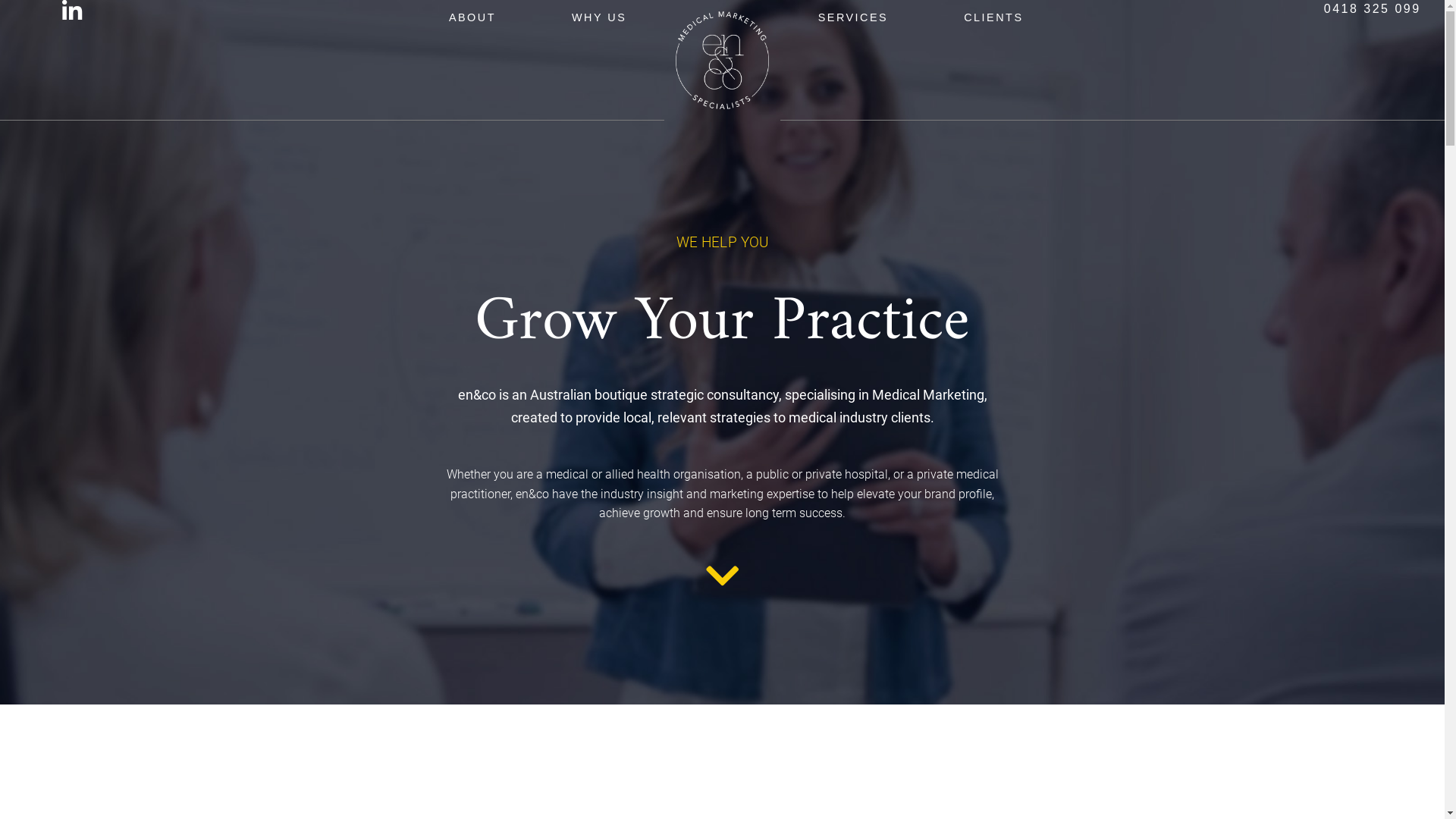 The width and height of the screenshot is (1456, 819). I want to click on '0418 325 099', so click(1372, 8).